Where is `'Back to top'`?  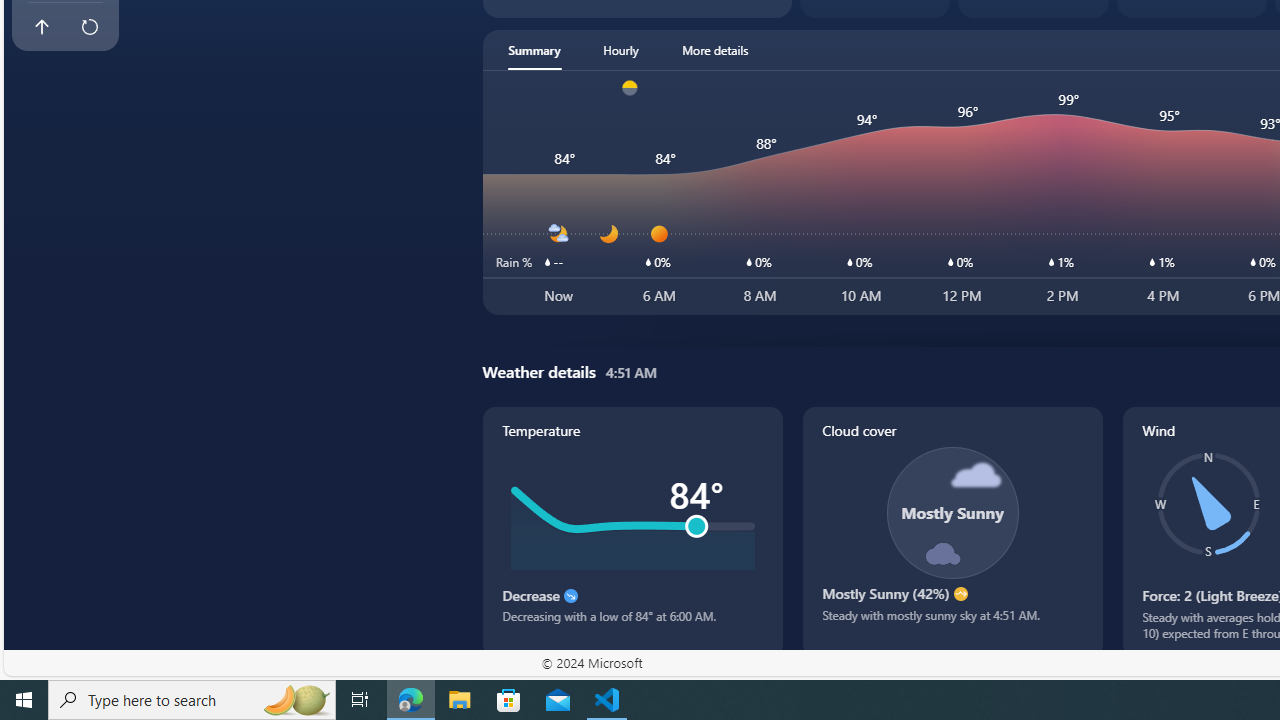
'Back to top' is located at coordinates (41, 27).